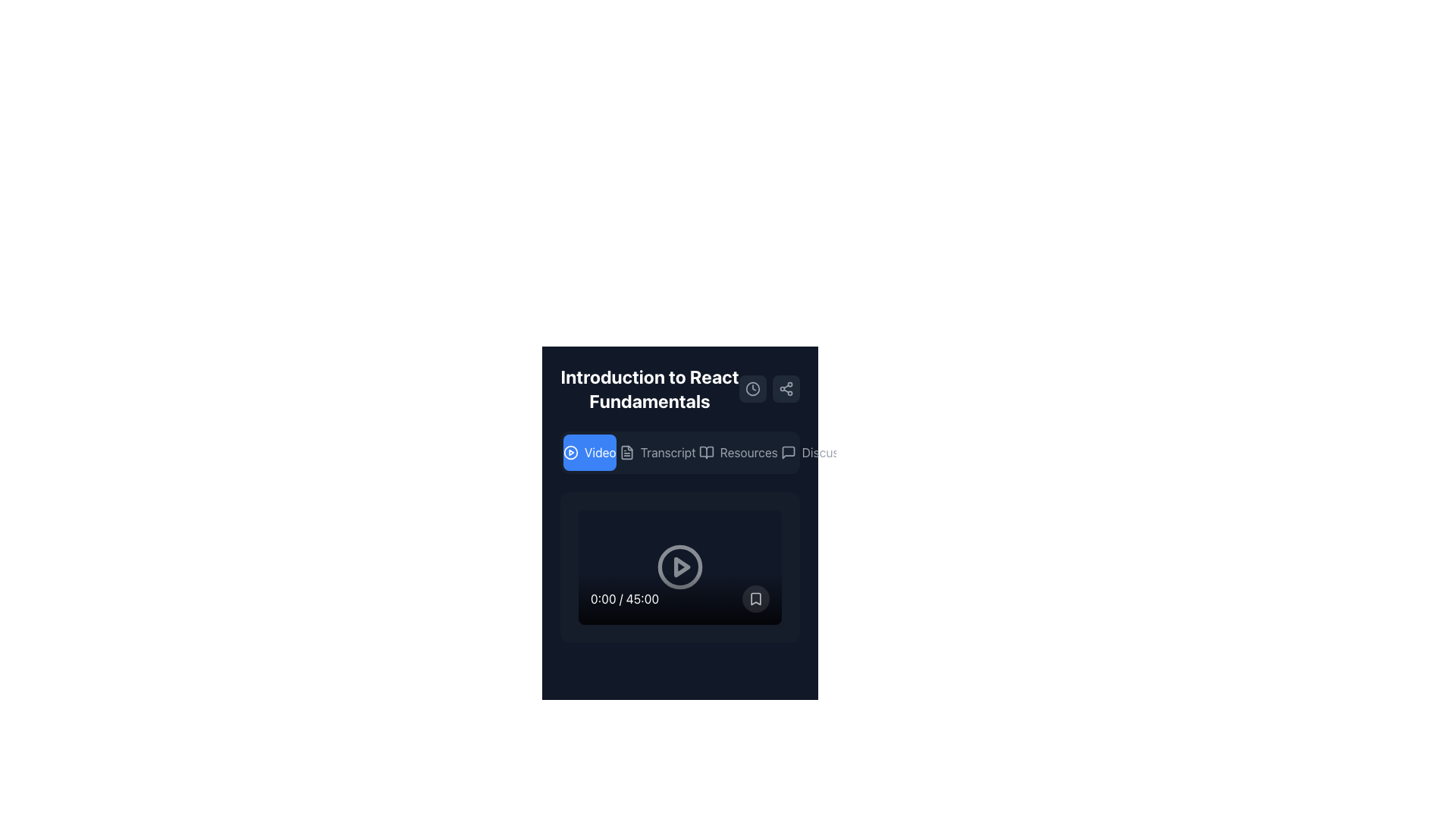 The width and height of the screenshot is (1456, 819). I want to click on the 'Transcript' text label, so click(667, 452).